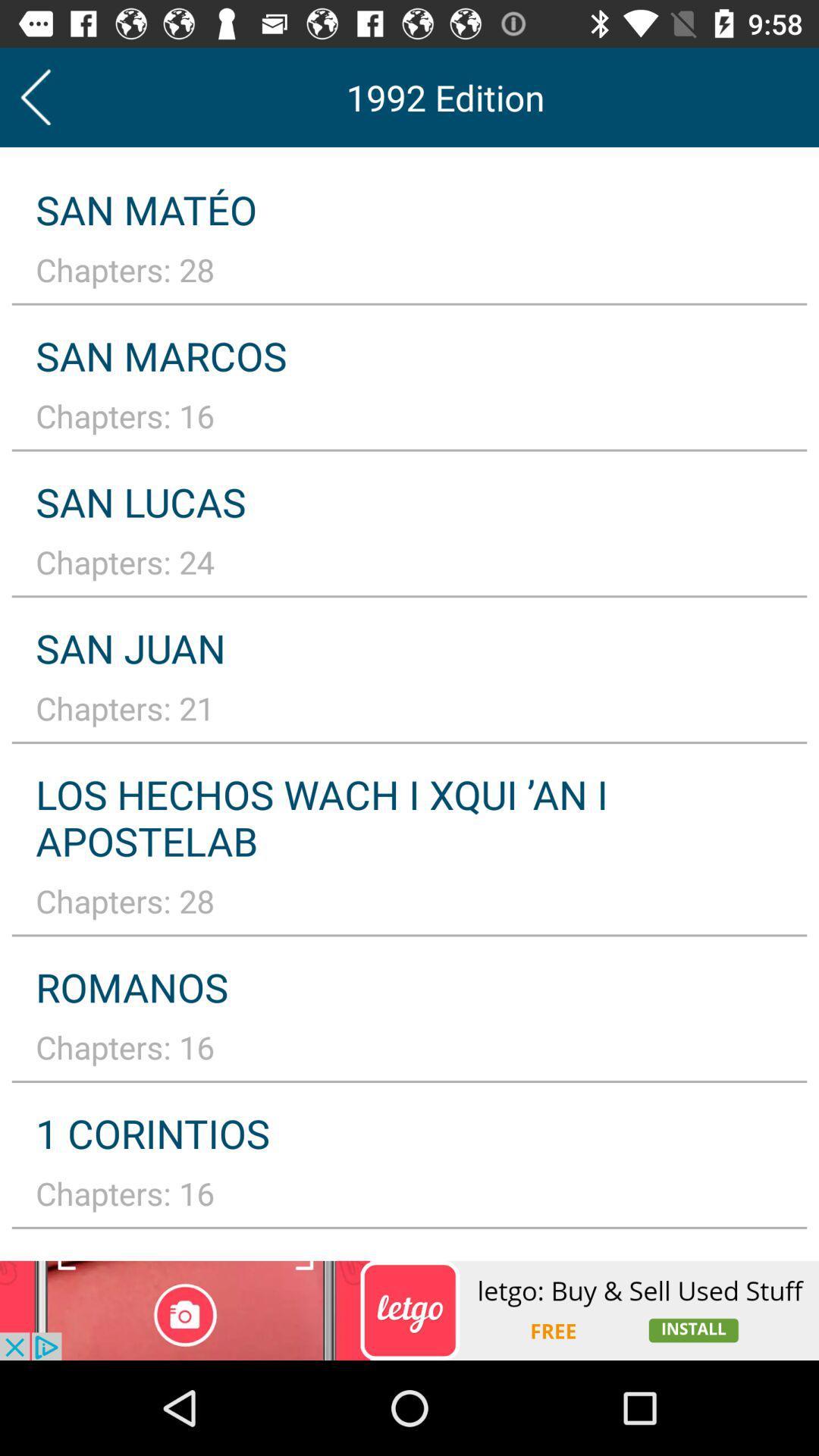 The height and width of the screenshot is (1456, 819). I want to click on the arrow_backward icon, so click(35, 96).